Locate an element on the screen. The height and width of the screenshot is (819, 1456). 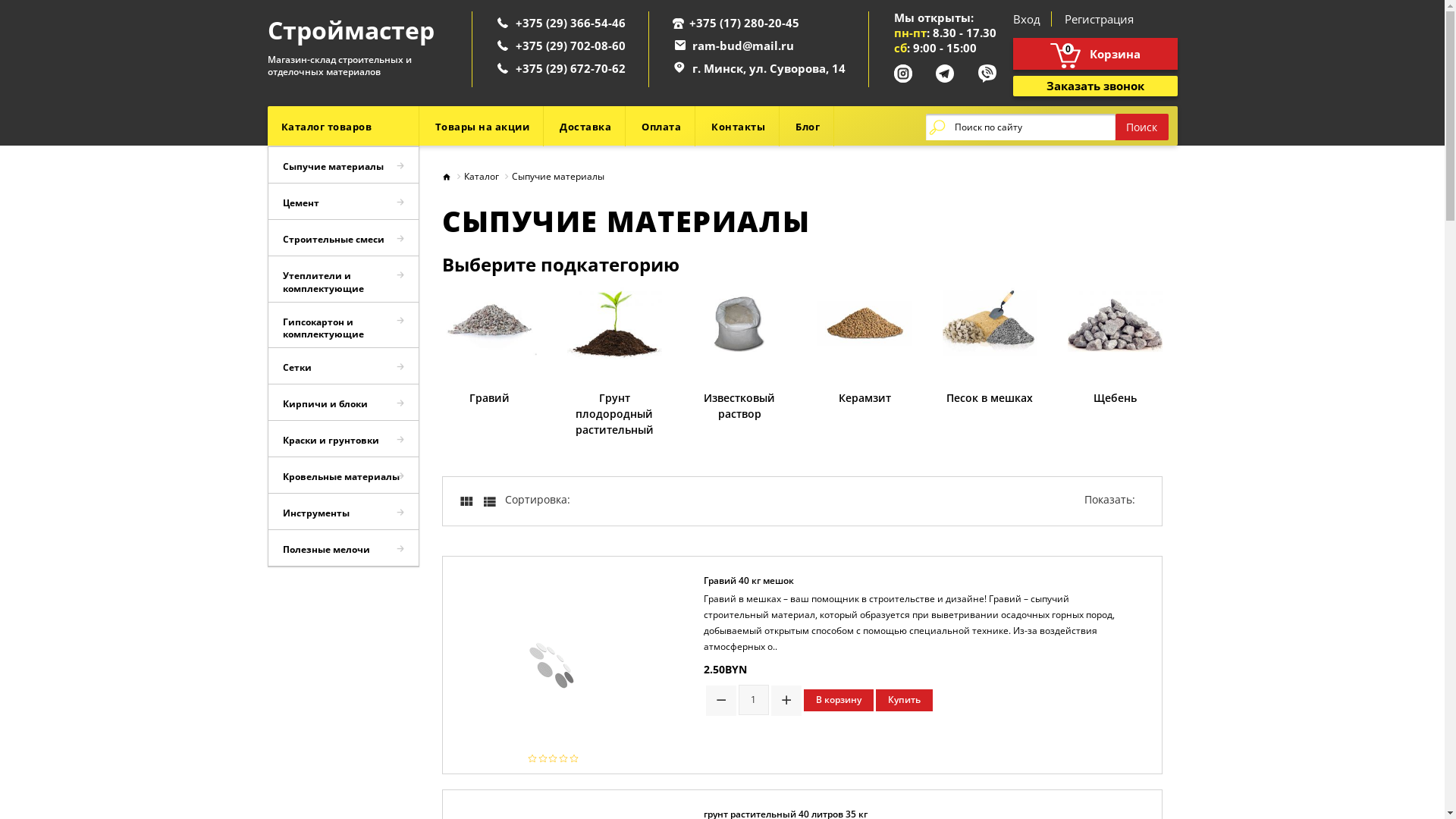
'+375 (29) 672-70-62' is located at coordinates (516, 67).